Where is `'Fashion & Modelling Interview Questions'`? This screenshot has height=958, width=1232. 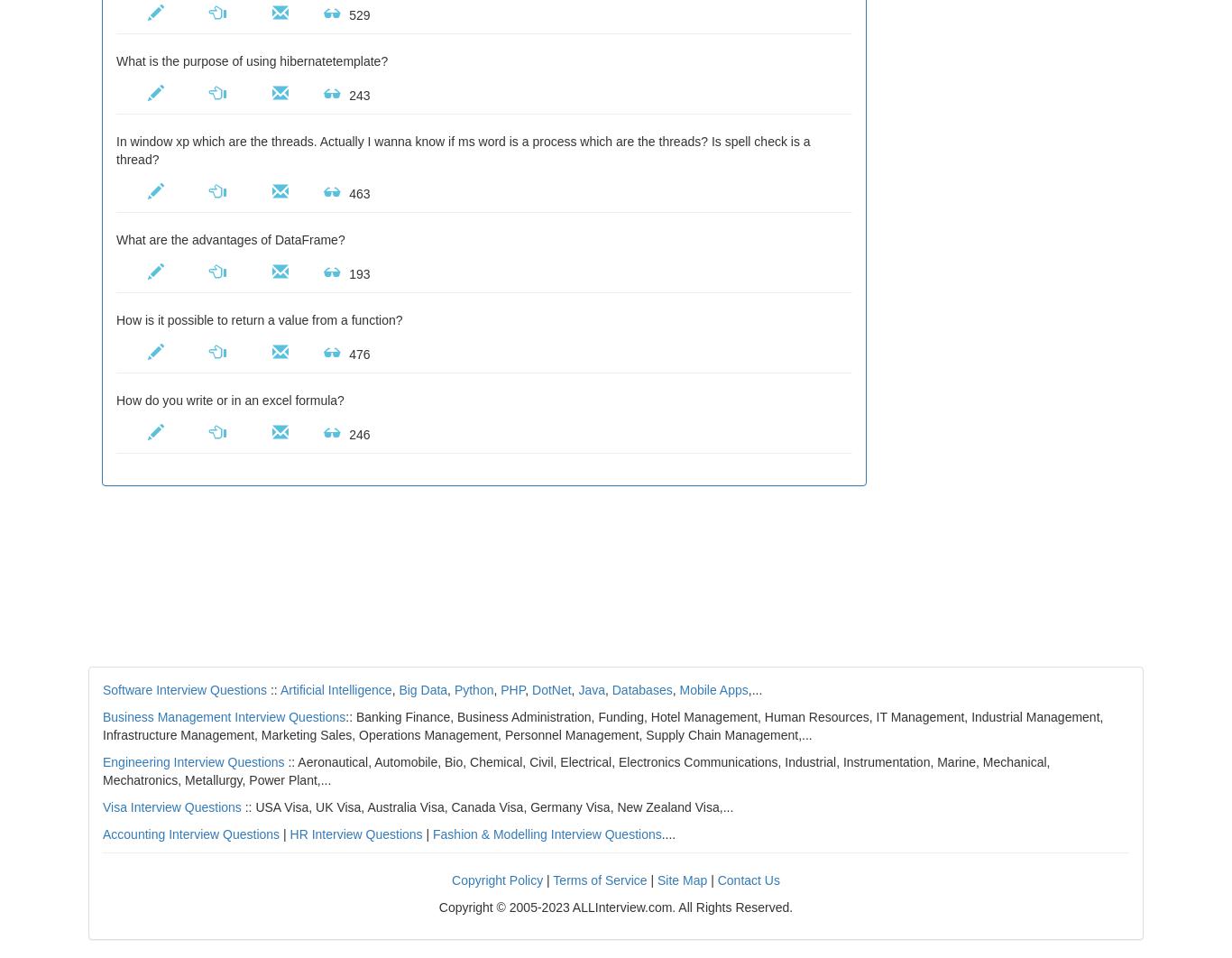
'Fashion & Modelling Interview Questions' is located at coordinates (546, 834).